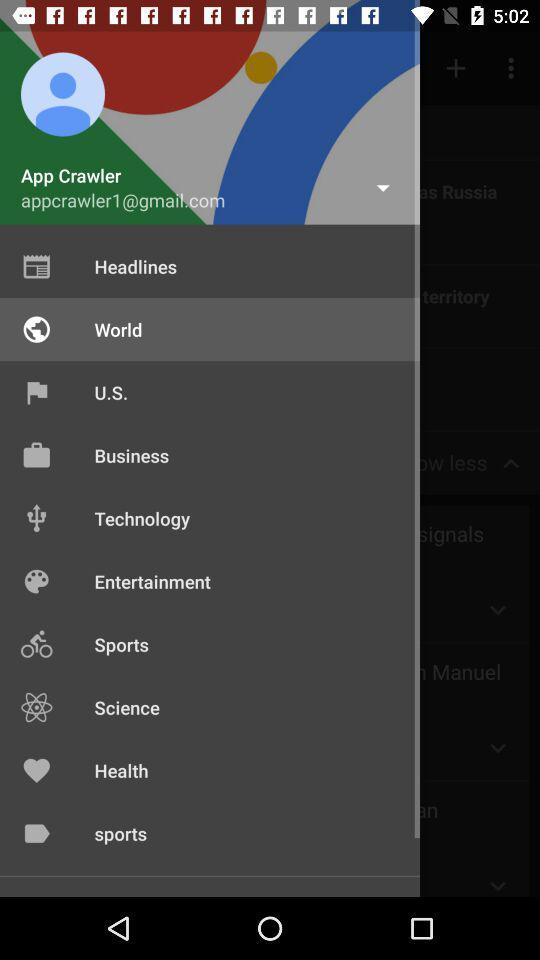  I want to click on the shop icon, so click(31, 463).